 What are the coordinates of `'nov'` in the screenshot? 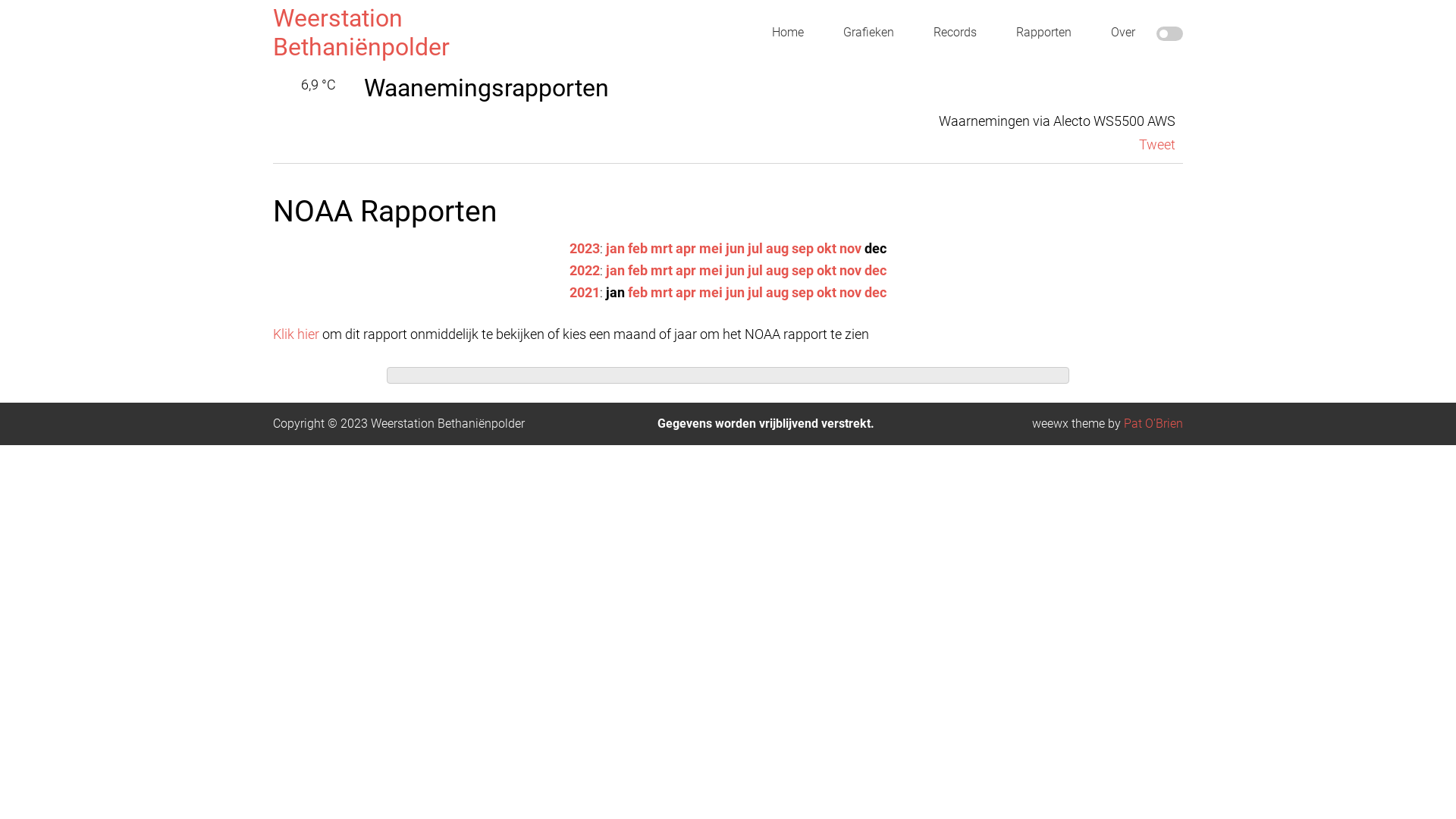 It's located at (850, 247).